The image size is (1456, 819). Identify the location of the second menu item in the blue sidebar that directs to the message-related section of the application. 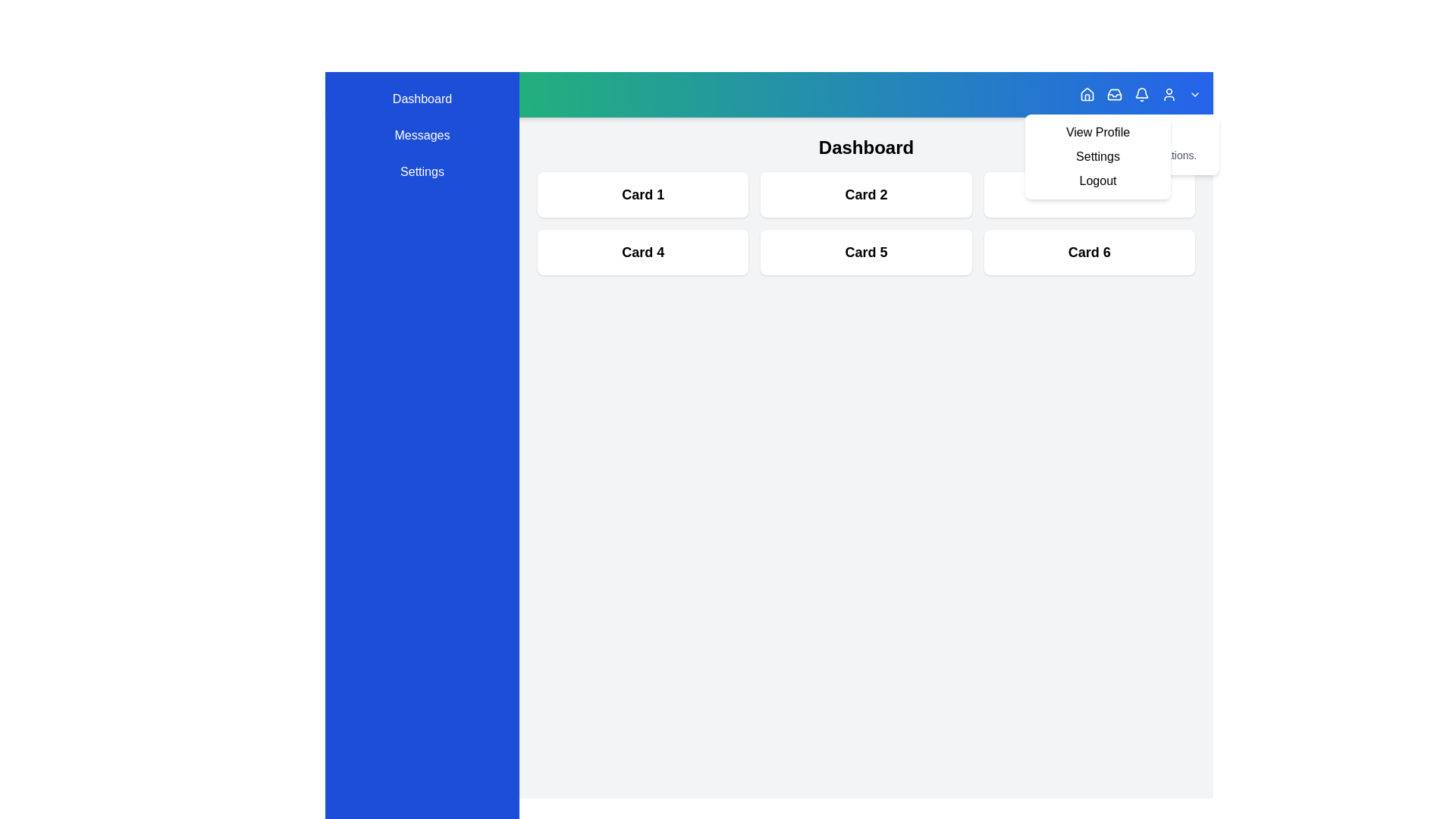
(422, 134).